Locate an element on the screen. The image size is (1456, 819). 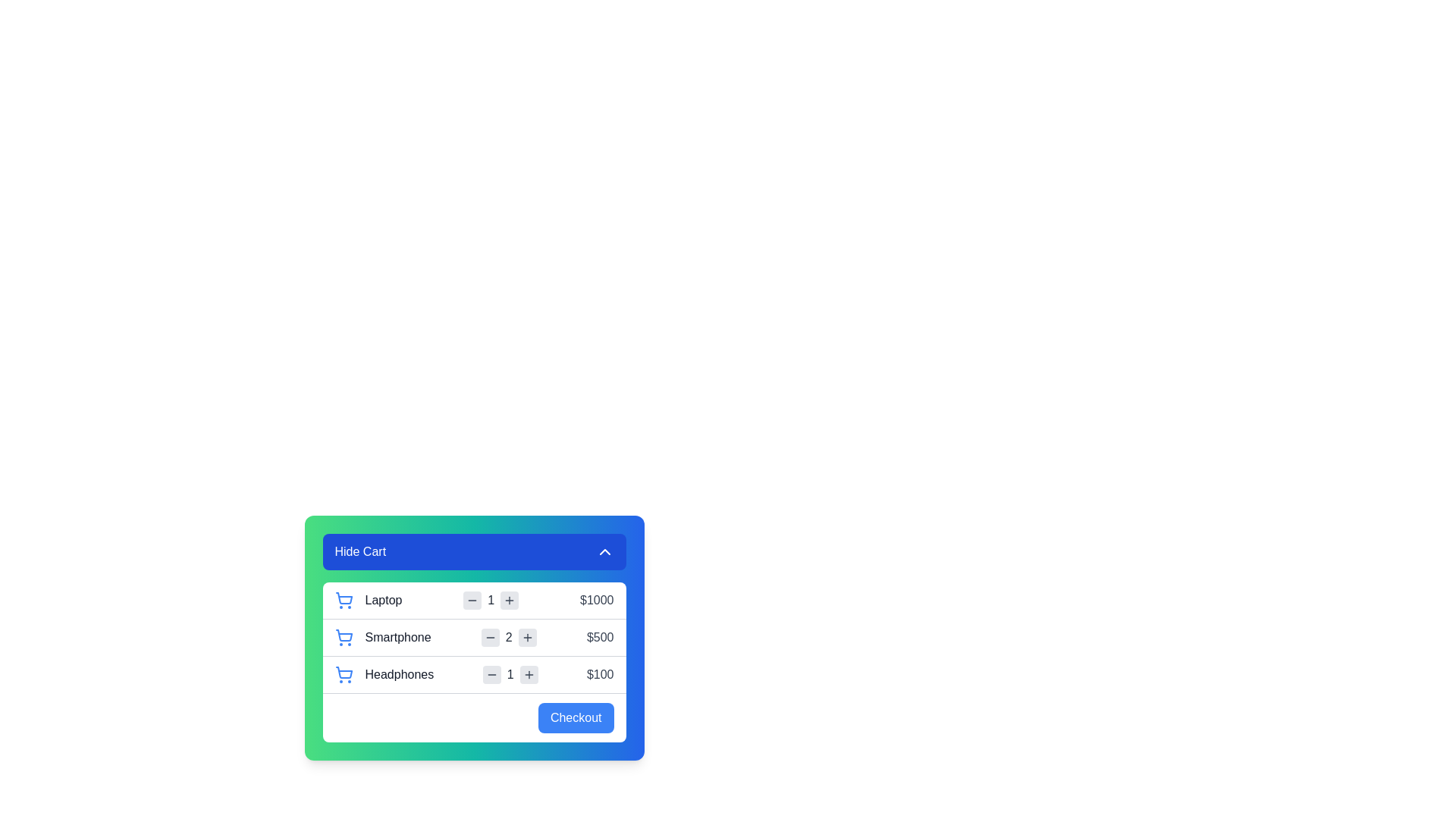
the text display showing the number '2' is located at coordinates (509, 637).